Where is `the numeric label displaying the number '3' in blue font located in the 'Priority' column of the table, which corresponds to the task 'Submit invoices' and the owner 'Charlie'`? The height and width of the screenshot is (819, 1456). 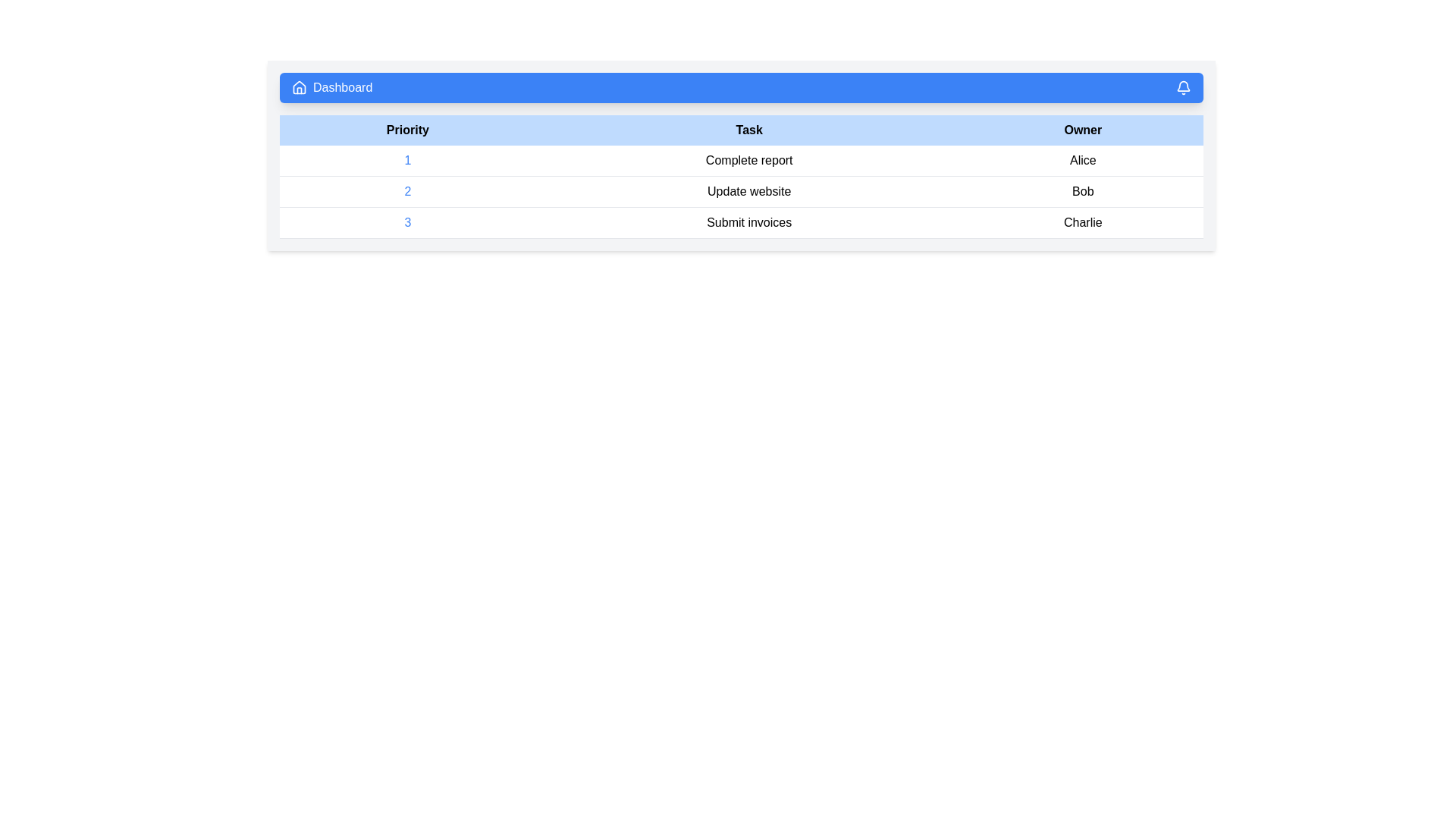 the numeric label displaying the number '3' in blue font located in the 'Priority' column of the table, which corresponds to the task 'Submit invoices' and the owner 'Charlie' is located at coordinates (407, 222).